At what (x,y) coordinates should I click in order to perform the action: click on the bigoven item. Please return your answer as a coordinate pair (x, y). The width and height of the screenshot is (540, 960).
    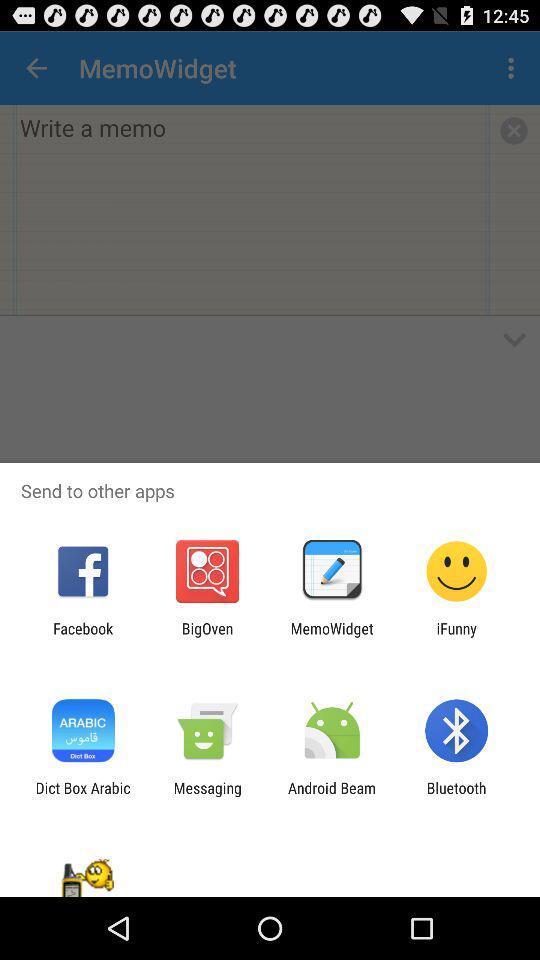
    Looking at the image, I should click on (206, 636).